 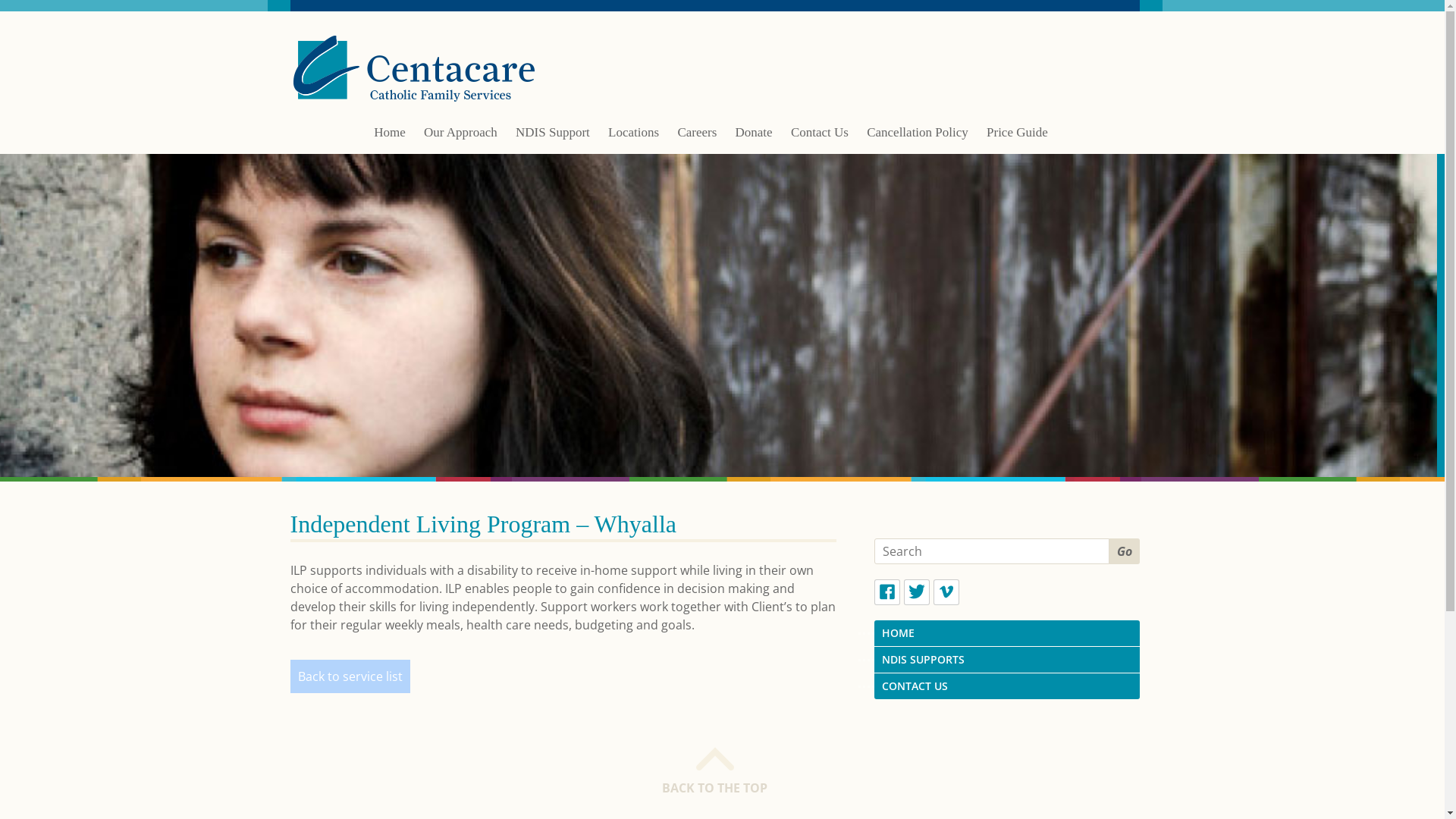 What do you see at coordinates (754, 140) in the screenshot?
I see `'Donate'` at bounding box center [754, 140].